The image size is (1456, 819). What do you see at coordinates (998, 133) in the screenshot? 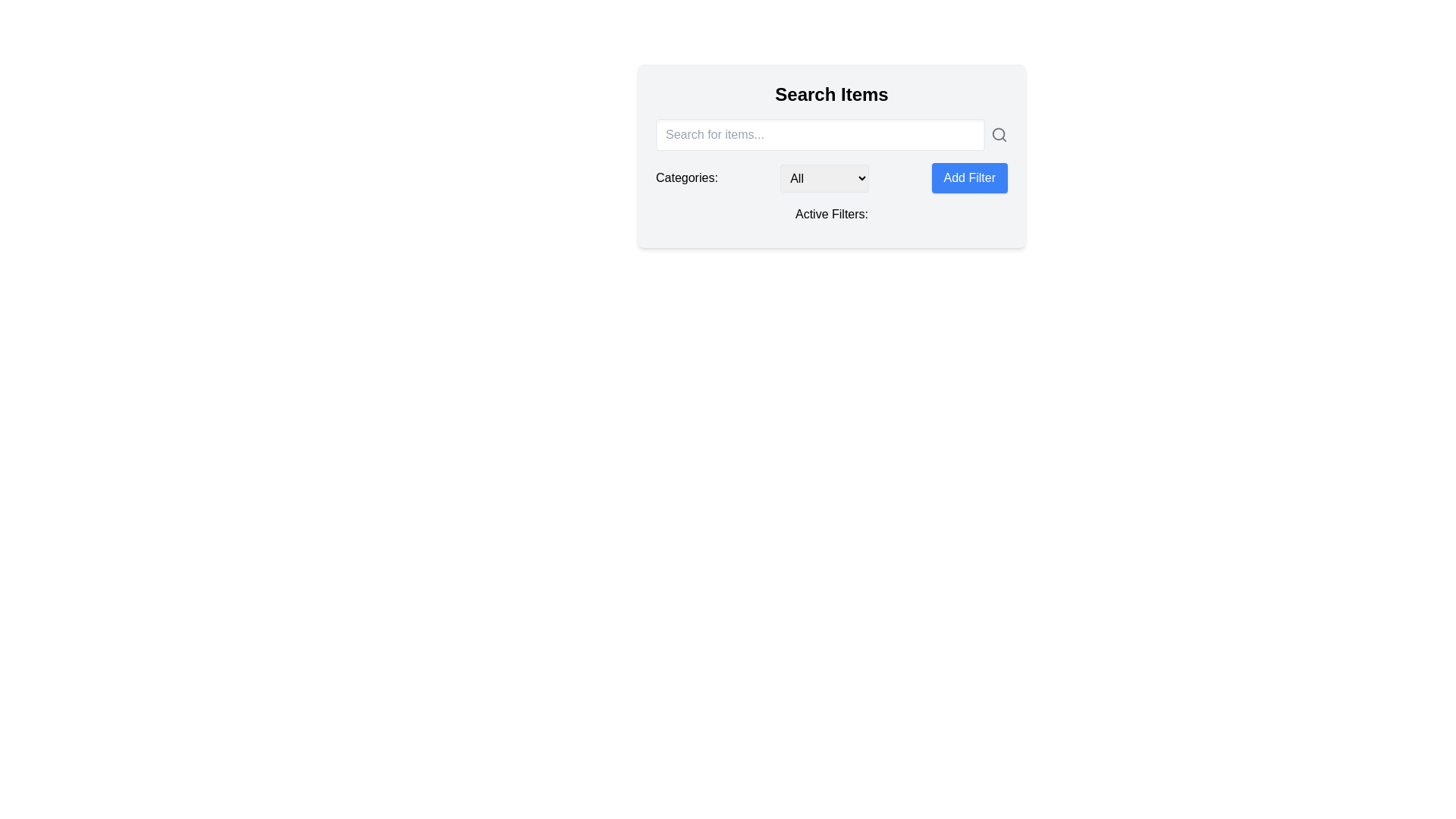
I see `the decorative circular shape inside the search icon located on the right-hand side of the search input field` at bounding box center [998, 133].